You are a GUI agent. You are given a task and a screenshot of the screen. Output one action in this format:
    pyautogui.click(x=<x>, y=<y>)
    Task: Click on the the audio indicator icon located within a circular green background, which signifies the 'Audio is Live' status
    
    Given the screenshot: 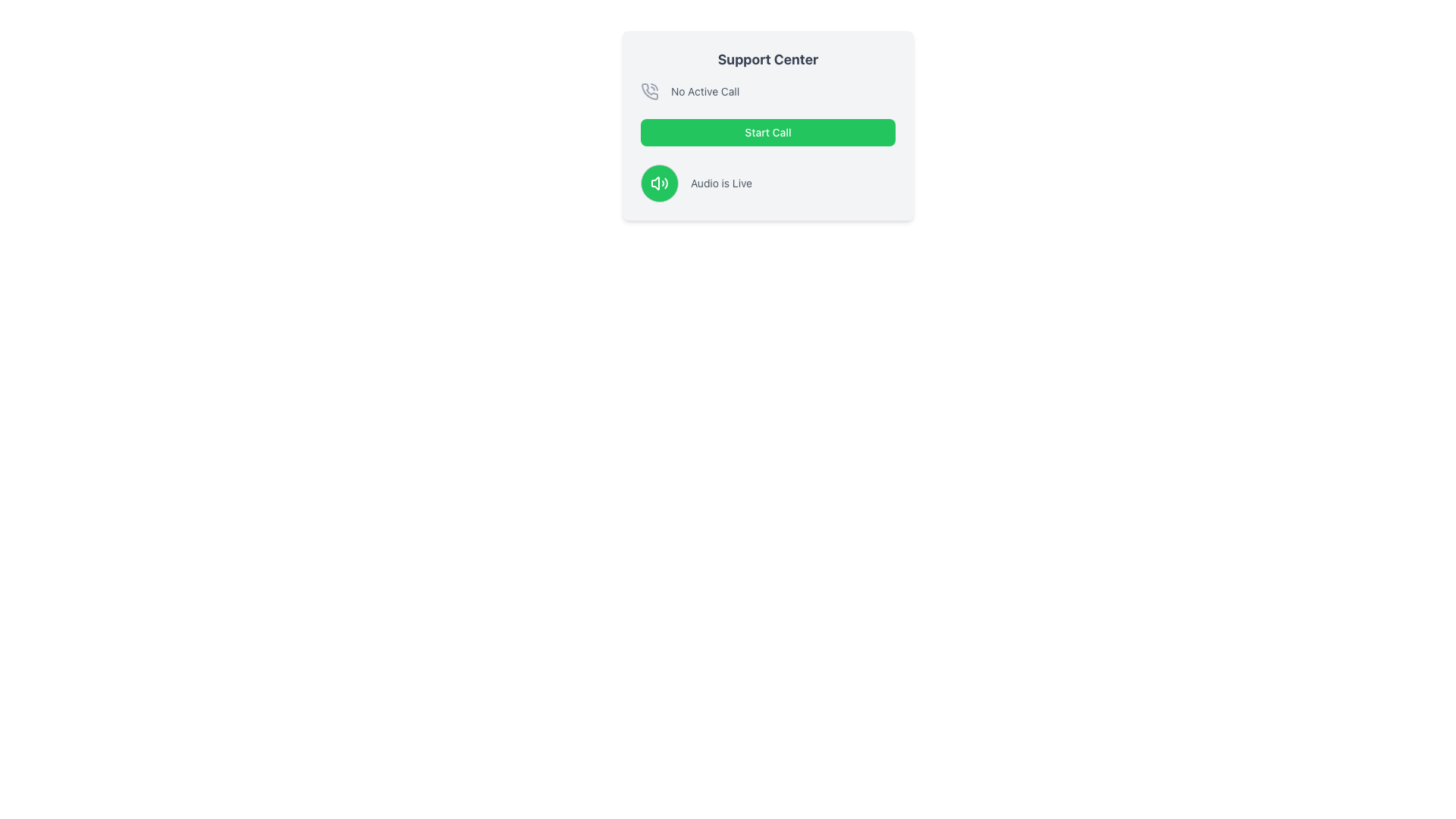 What is the action you would take?
    pyautogui.click(x=659, y=183)
    